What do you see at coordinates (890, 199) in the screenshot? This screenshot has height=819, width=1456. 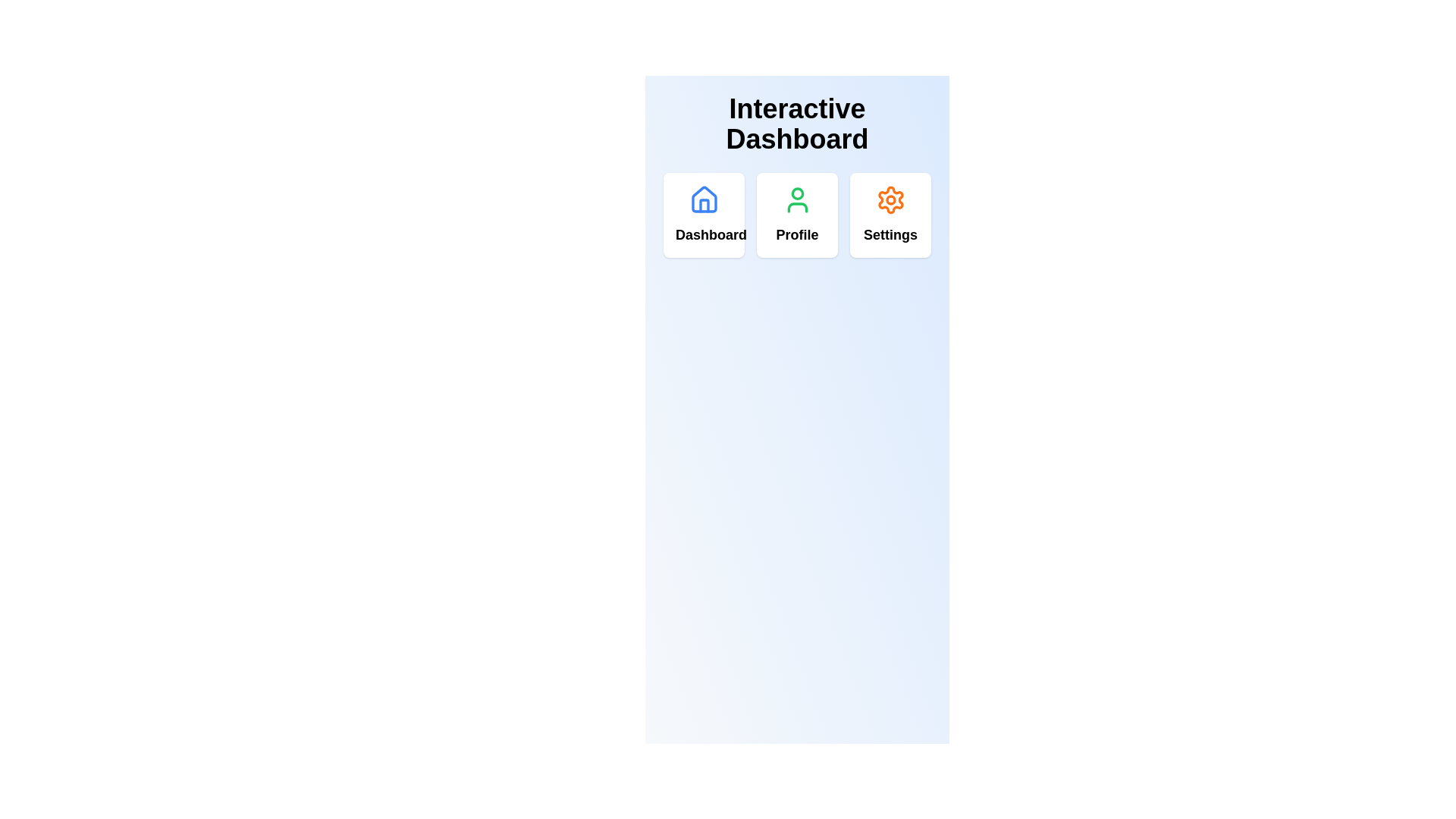 I see `the orange gear icon representing settings, located below the 'Interactive Dashboard' heading` at bounding box center [890, 199].